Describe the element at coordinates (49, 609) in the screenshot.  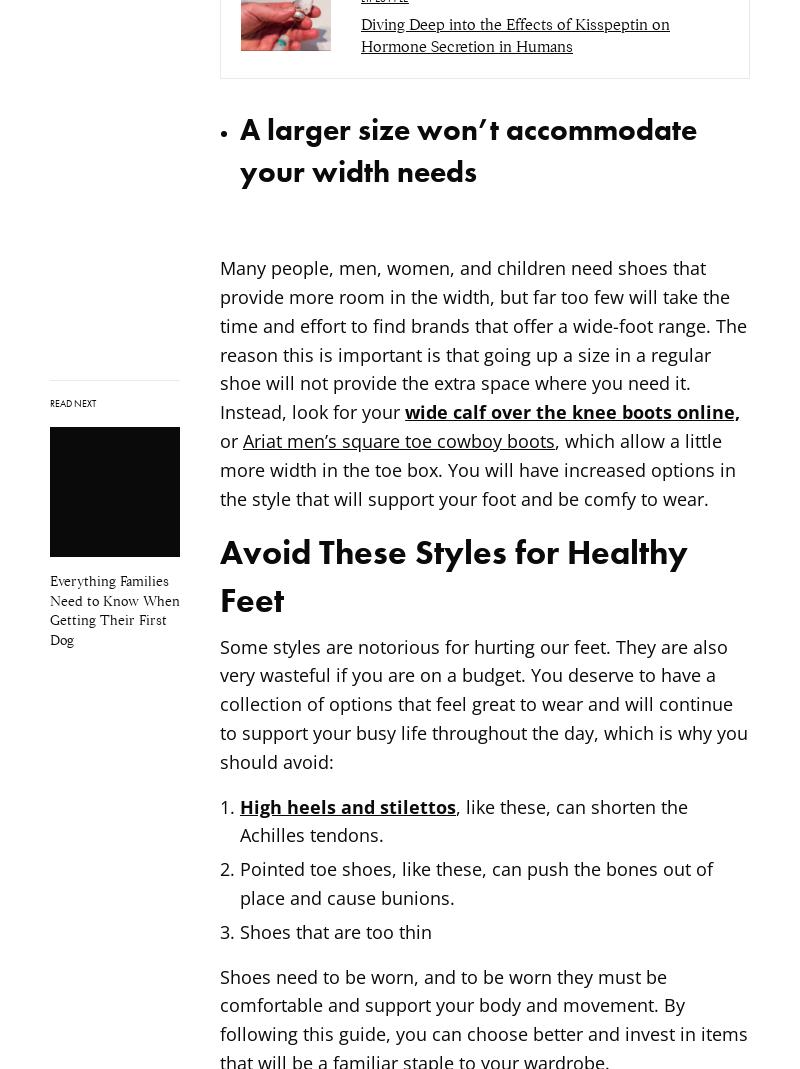
I see `'Everything Families Need to Know When Getting Their First Dog'` at that location.